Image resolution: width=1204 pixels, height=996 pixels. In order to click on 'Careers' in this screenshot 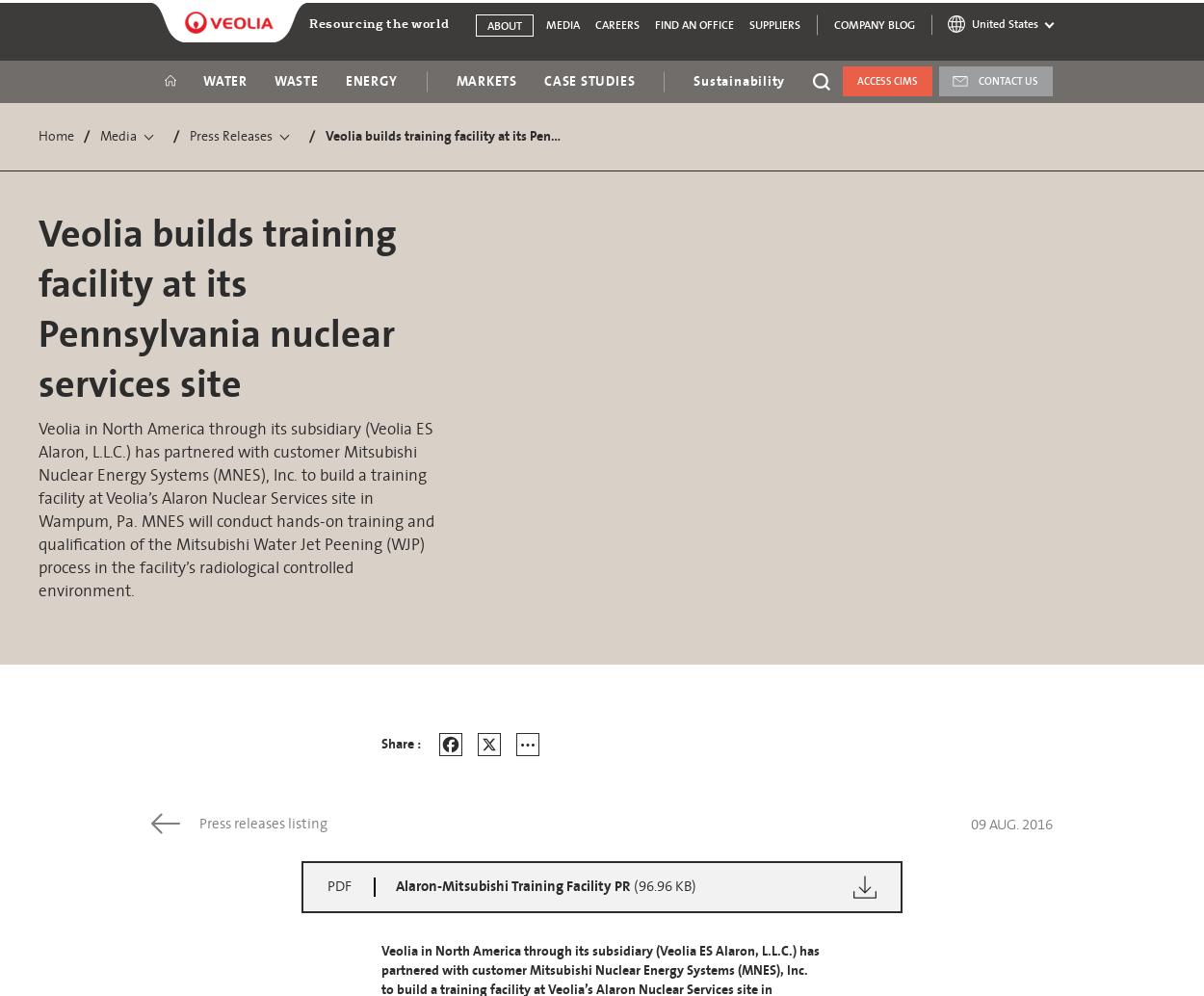, I will do `click(617, 25)`.